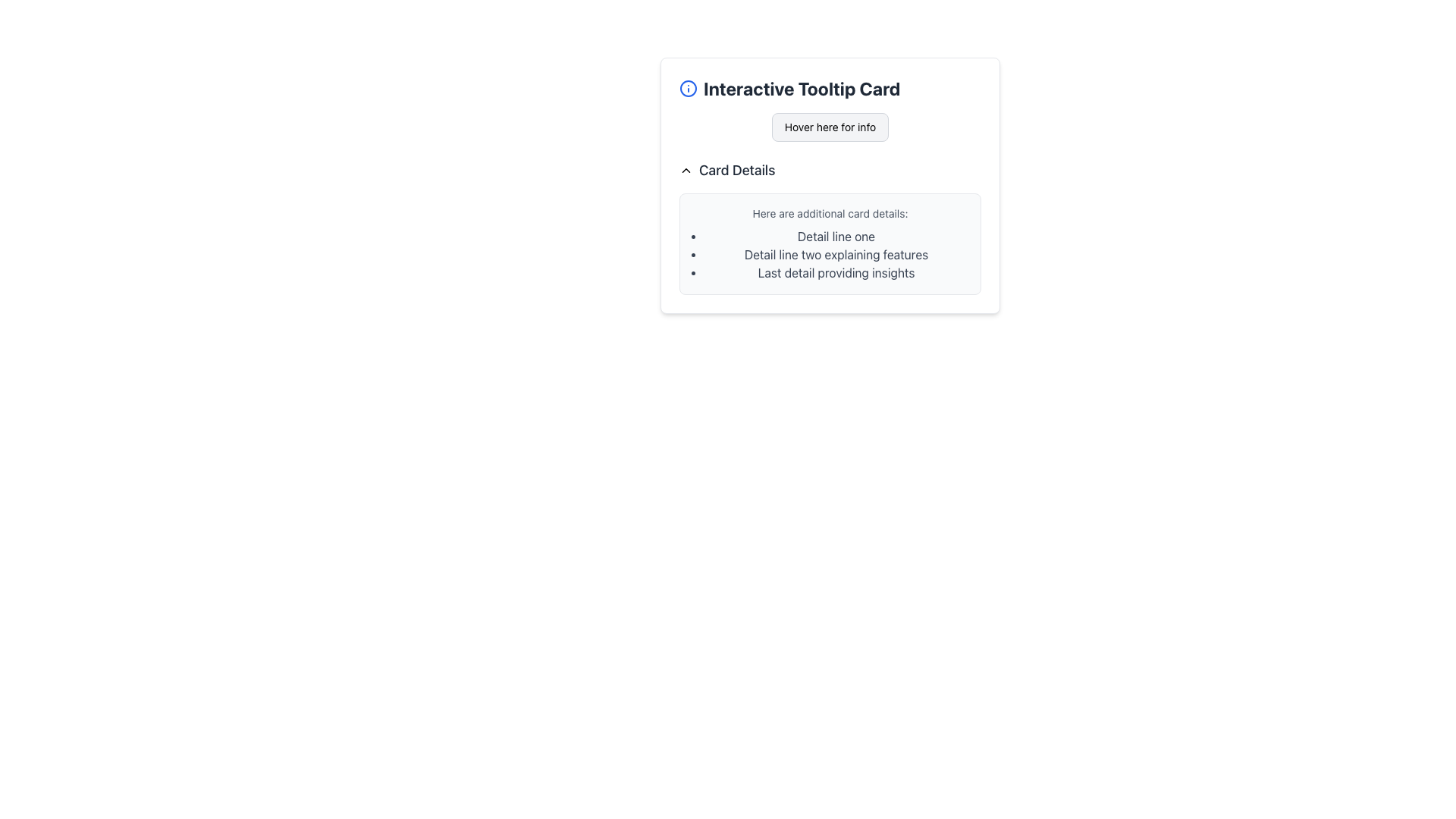 Image resolution: width=1456 pixels, height=819 pixels. What do you see at coordinates (737, 170) in the screenshot?
I see `the 'Card Details' text label, which is displayed in a medium-sized, bold font and positioned to the right of an upward-facing chevron icon in the header of a collapsible card section` at bounding box center [737, 170].